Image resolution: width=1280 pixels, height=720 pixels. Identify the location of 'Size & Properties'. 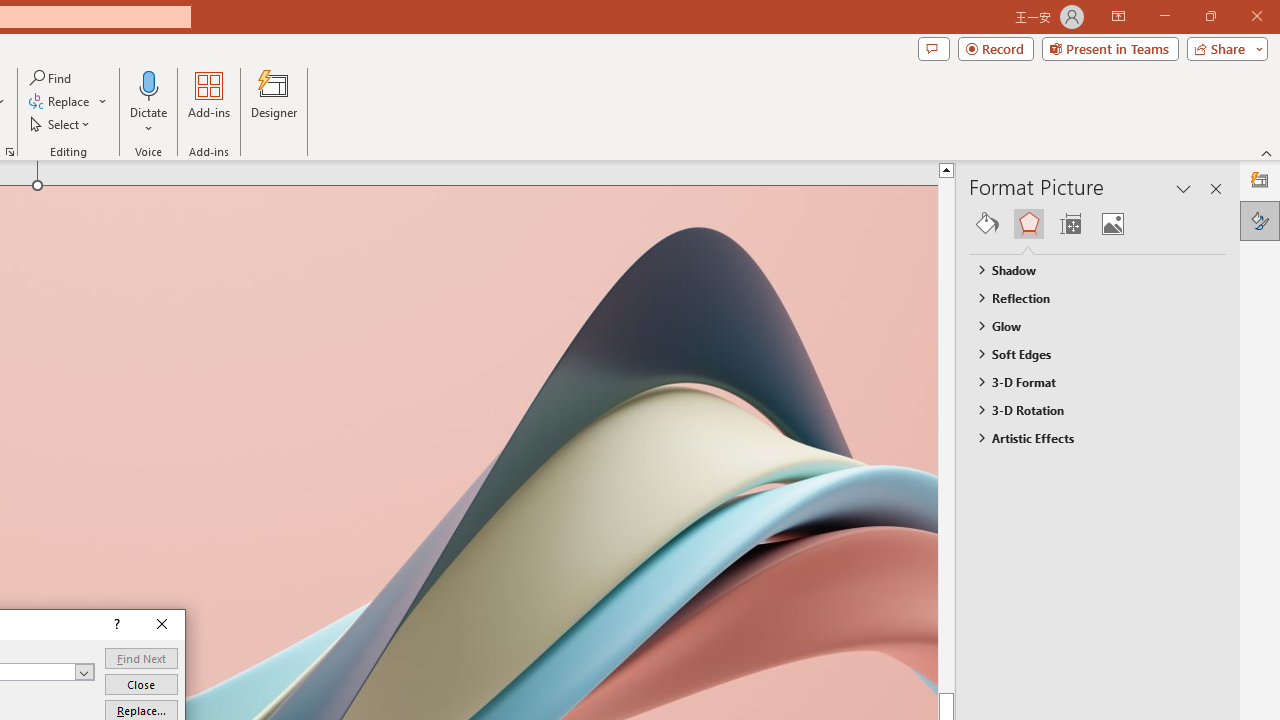
(1069, 223).